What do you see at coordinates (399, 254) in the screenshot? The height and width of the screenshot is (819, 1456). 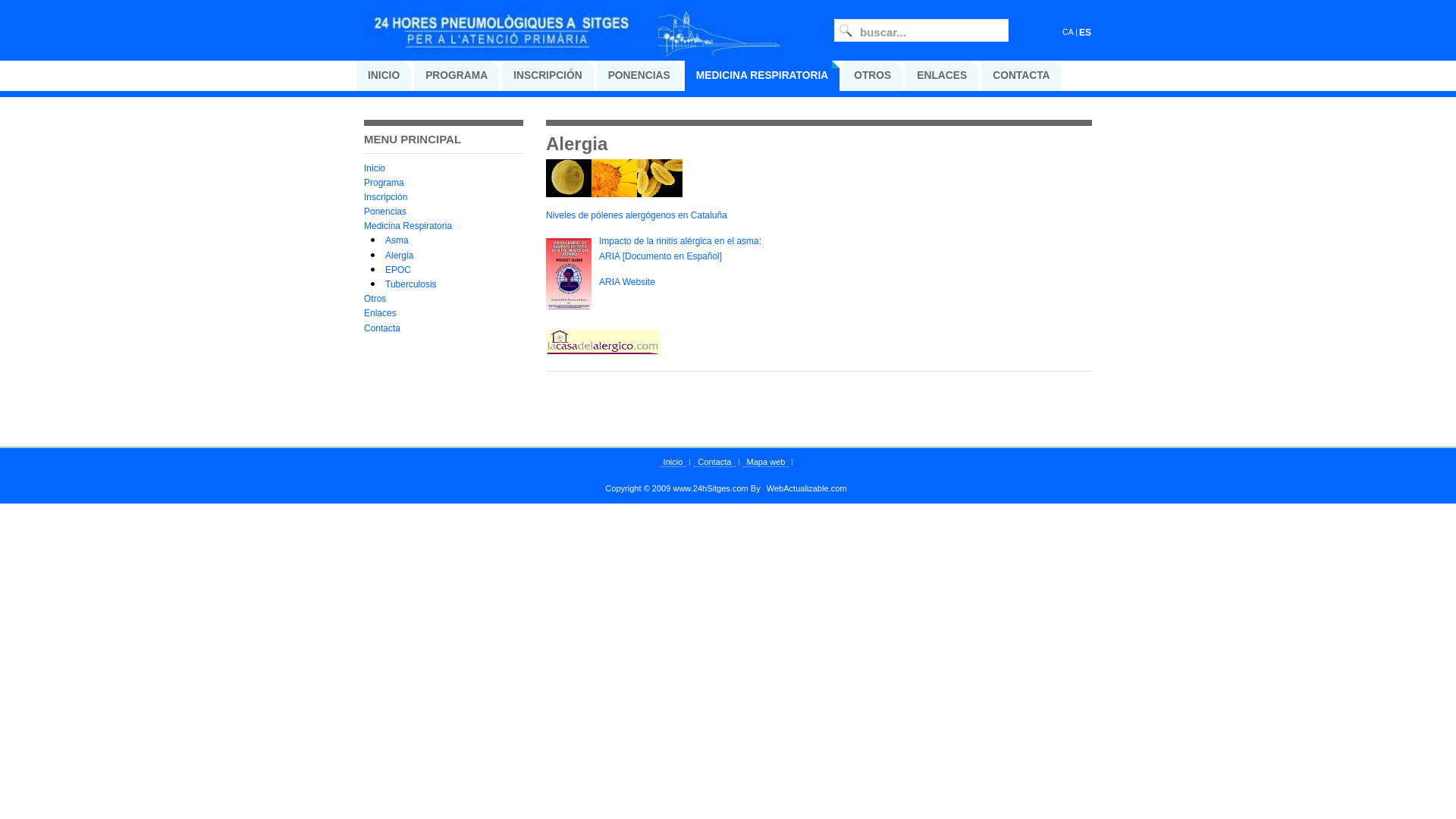 I see `'Alergia'` at bounding box center [399, 254].